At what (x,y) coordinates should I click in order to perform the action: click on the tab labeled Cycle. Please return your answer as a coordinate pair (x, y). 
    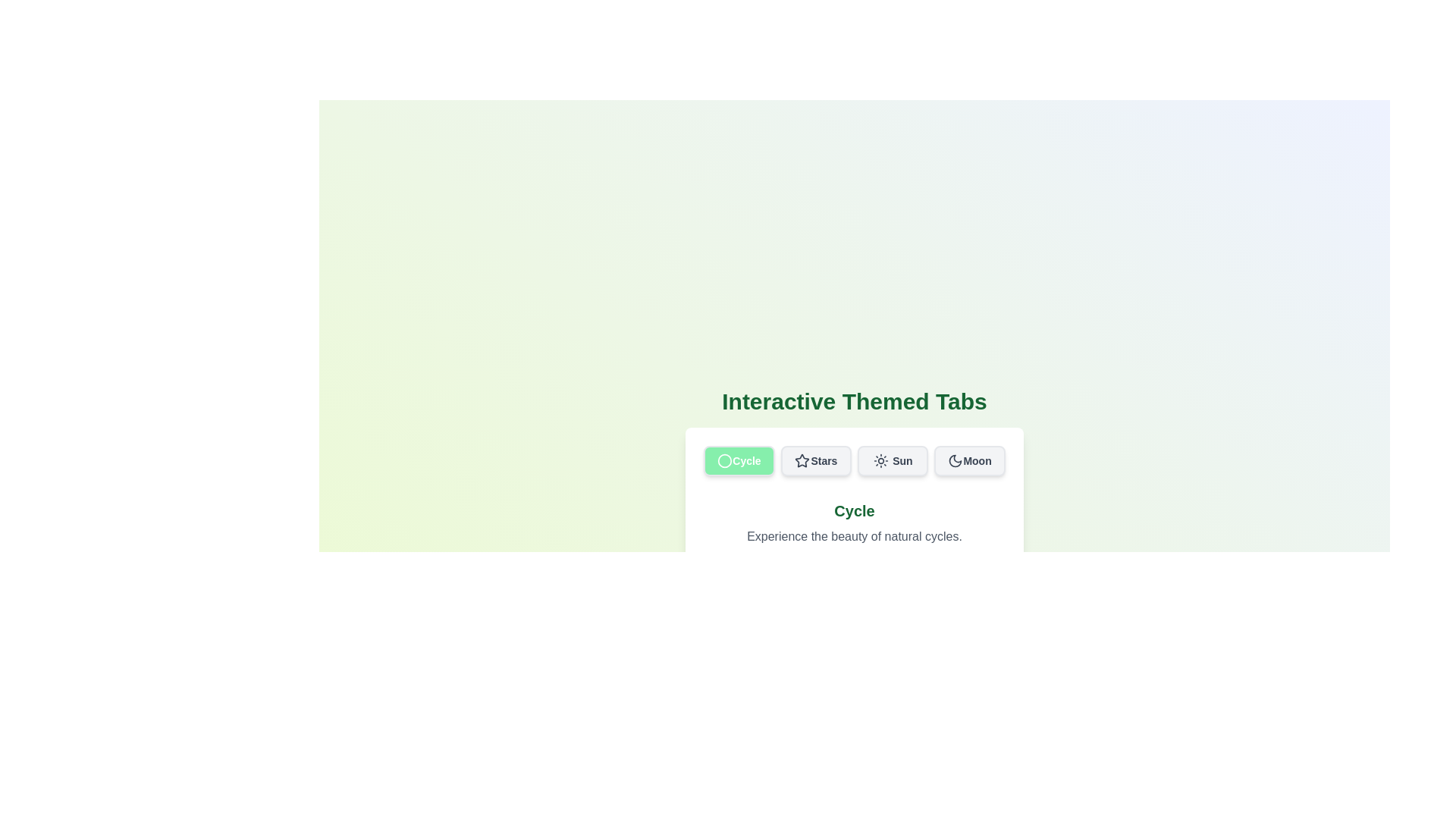
    Looking at the image, I should click on (739, 460).